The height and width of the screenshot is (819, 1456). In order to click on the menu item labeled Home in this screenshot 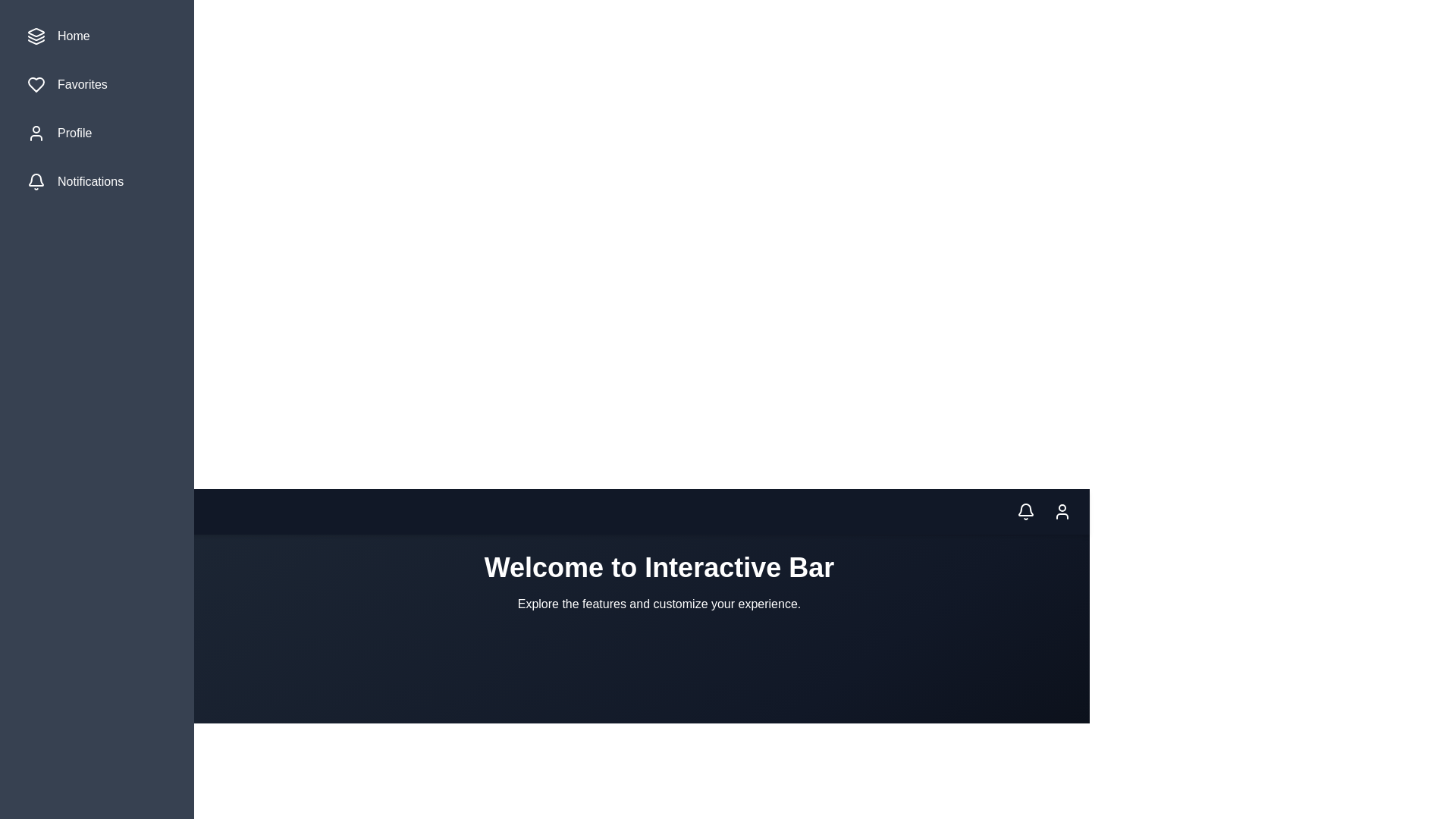, I will do `click(96, 35)`.